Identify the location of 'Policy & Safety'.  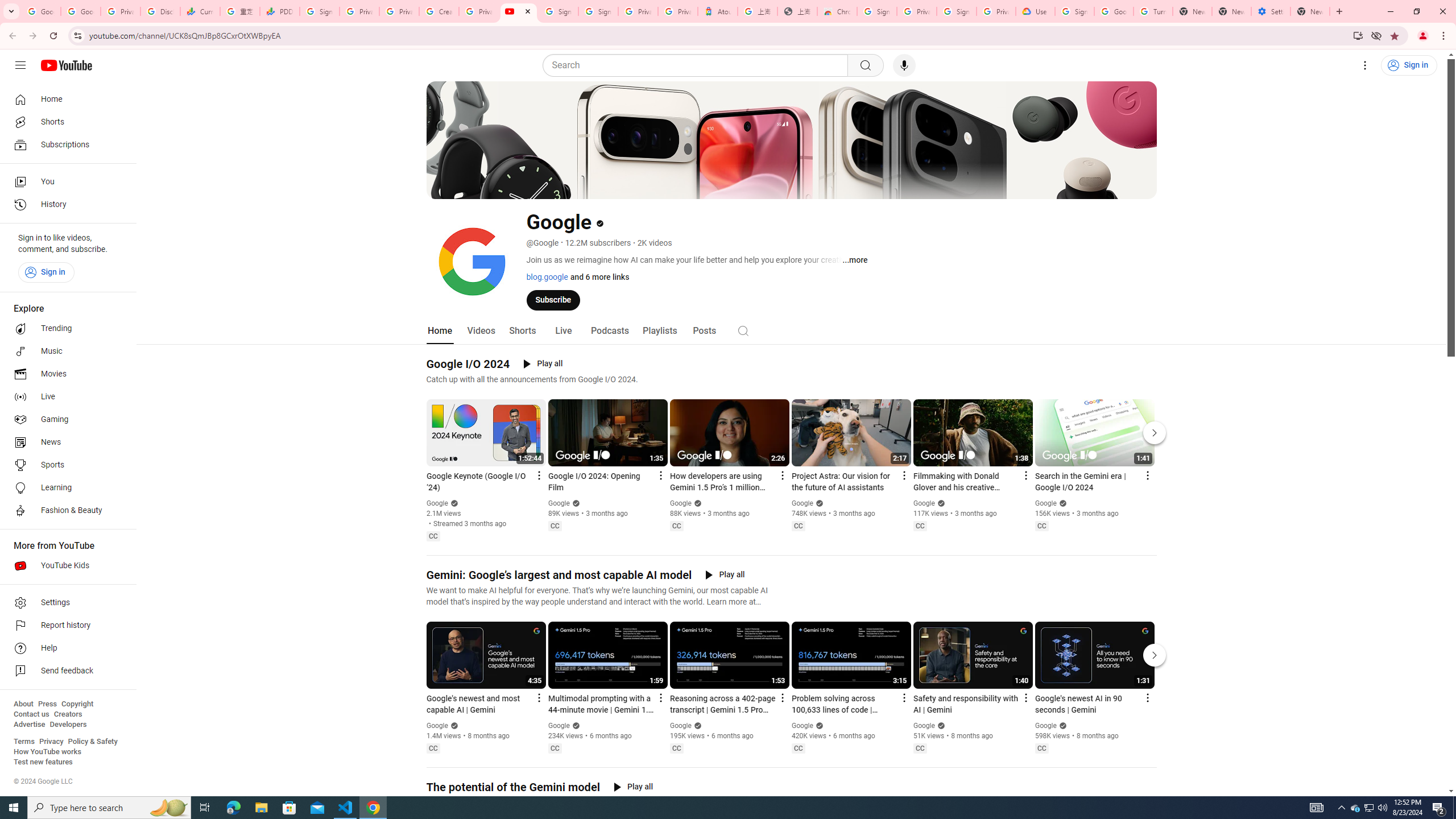
(92, 741).